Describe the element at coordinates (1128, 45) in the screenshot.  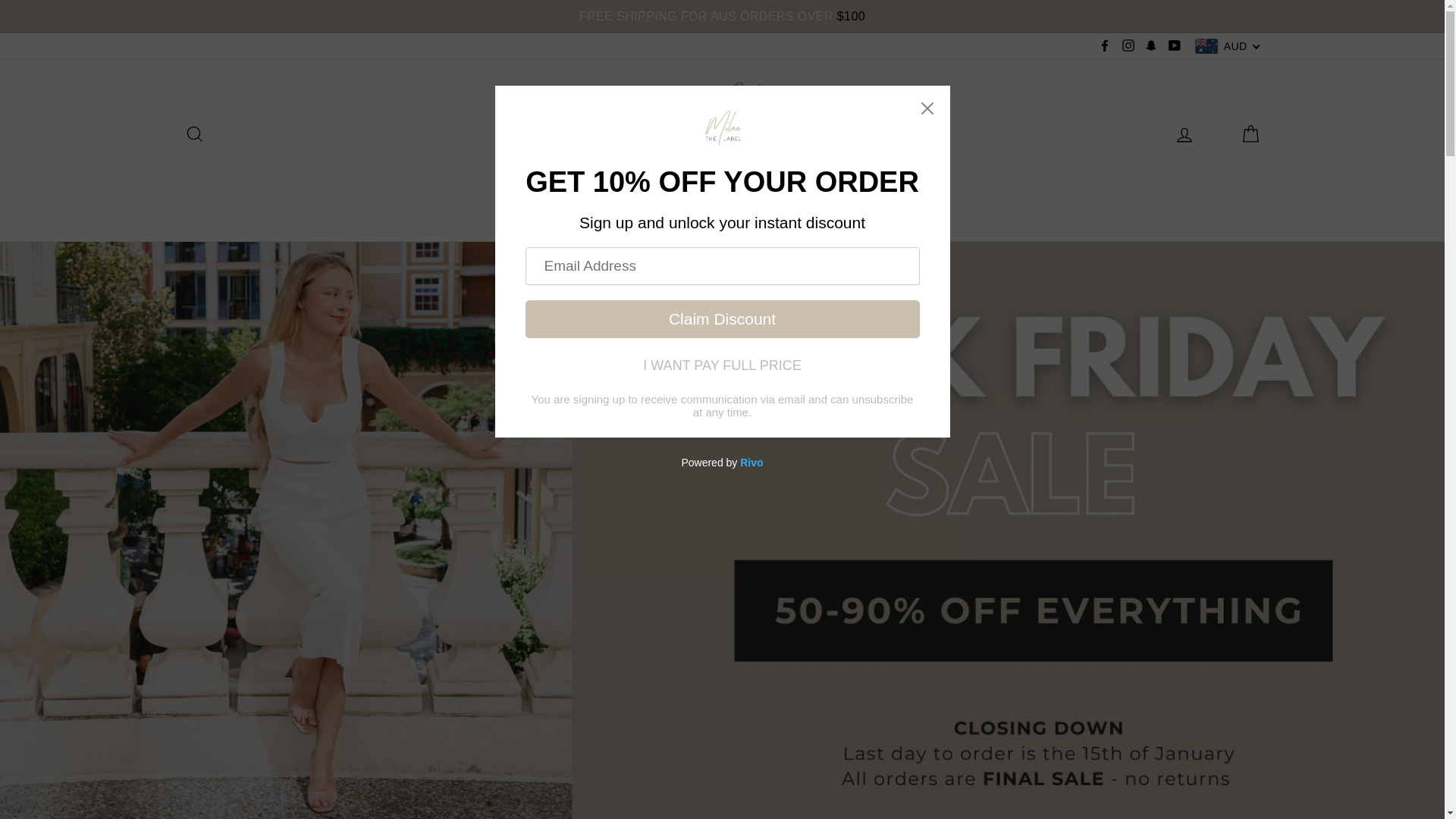
I see `'Instagram'` at that location.